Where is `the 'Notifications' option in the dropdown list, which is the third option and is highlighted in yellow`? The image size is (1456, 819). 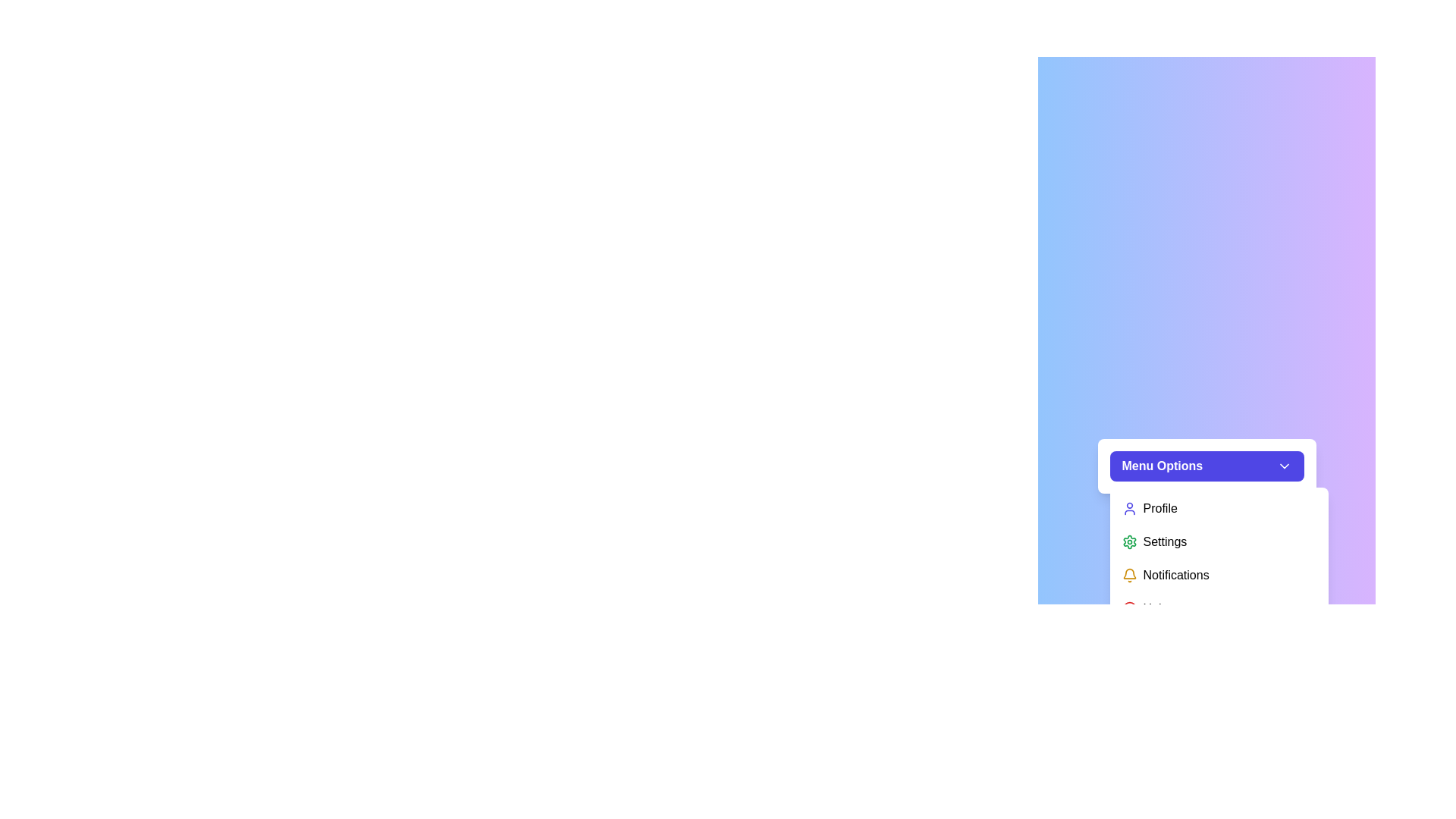 the 'Notifications' option in the dropdown list, which is the third option and is highlighted in yellow is located at coordinates (1219, 558).